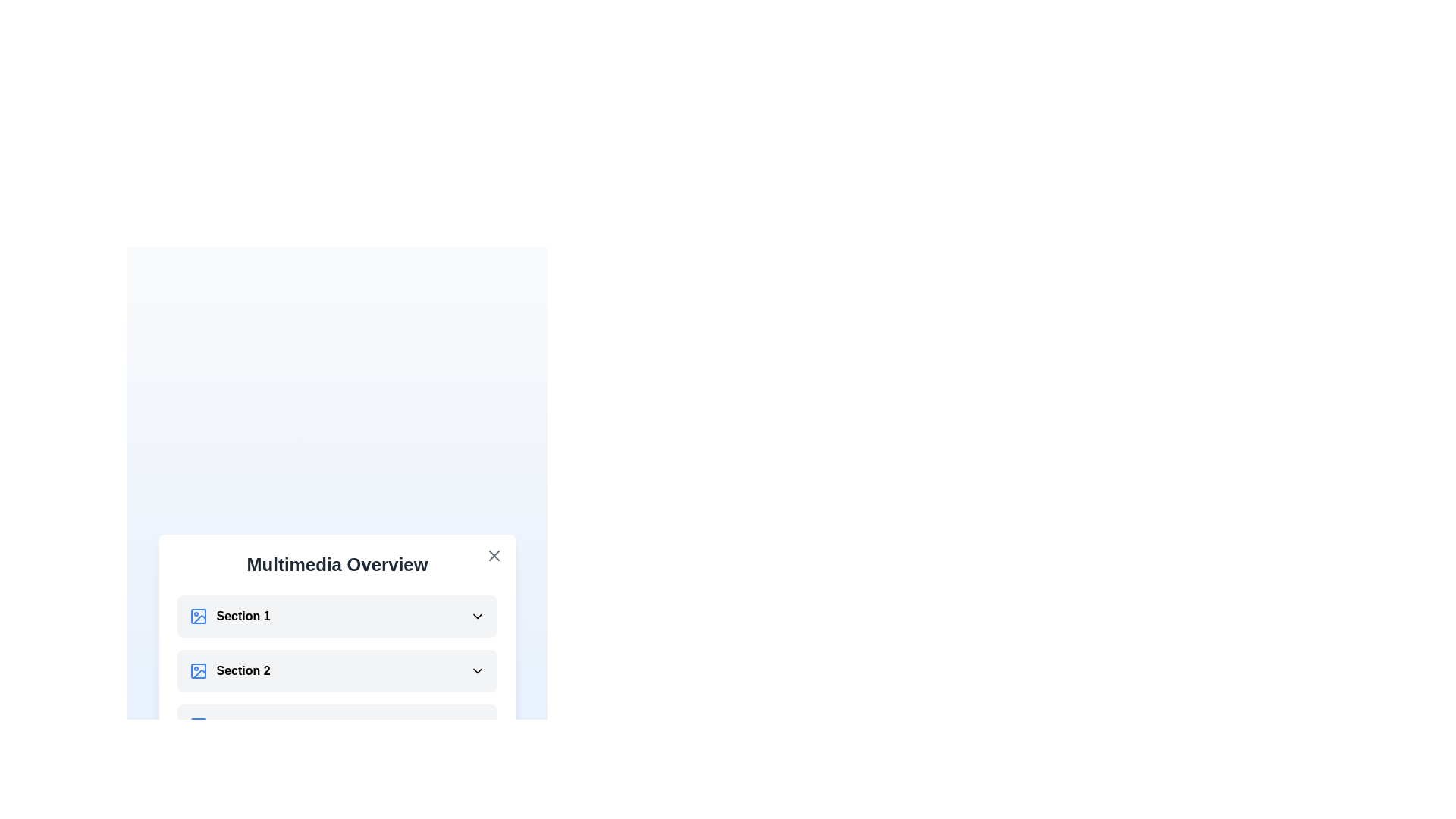 This screenshot has height=819, width=1456. Describe the element at coordinates (337, 670) in the screenshot. I see `the dropdown menu labeled 'Section 2' to change its appearance` at that location.